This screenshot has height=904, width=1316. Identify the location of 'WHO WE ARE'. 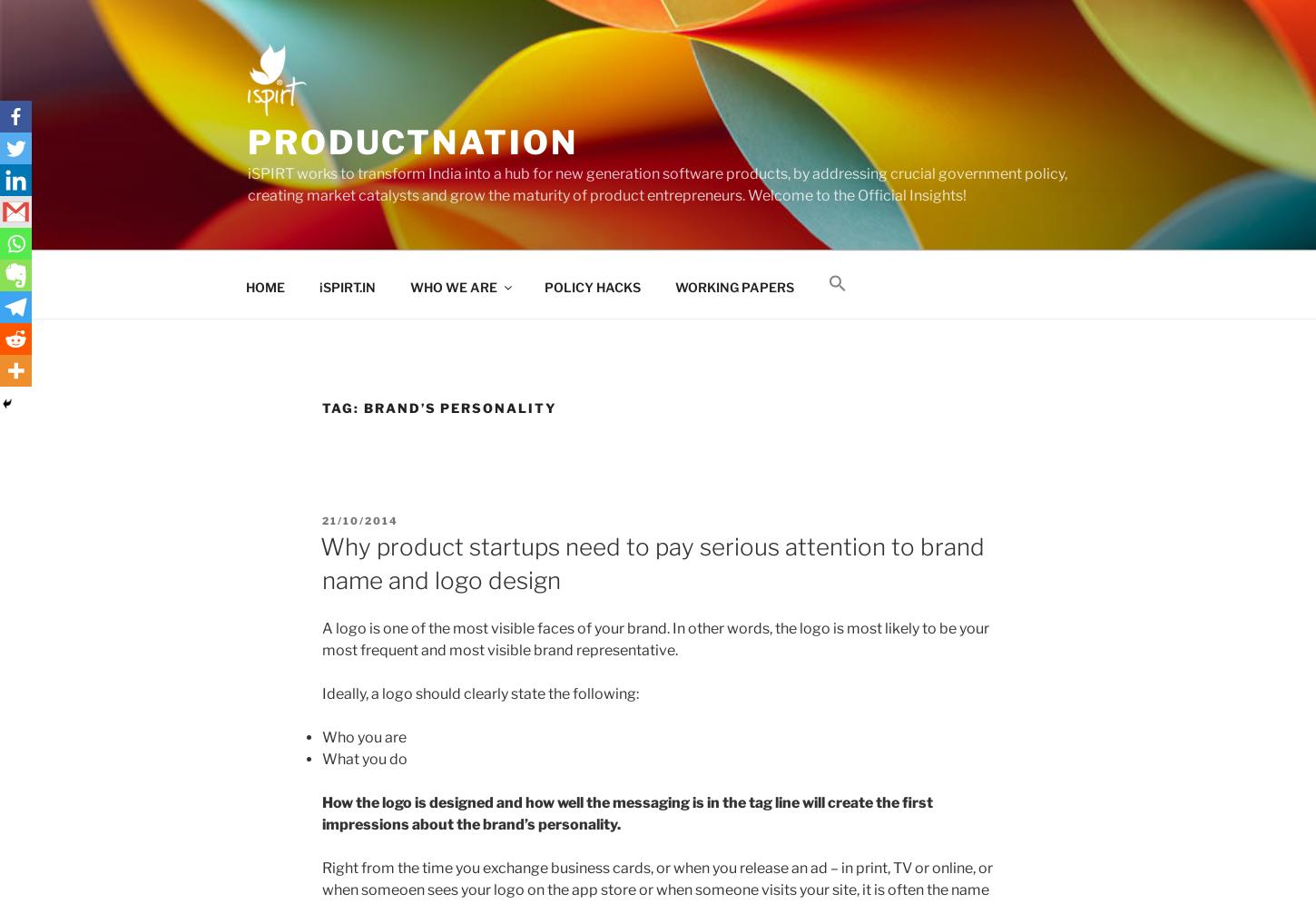
(452, 285).